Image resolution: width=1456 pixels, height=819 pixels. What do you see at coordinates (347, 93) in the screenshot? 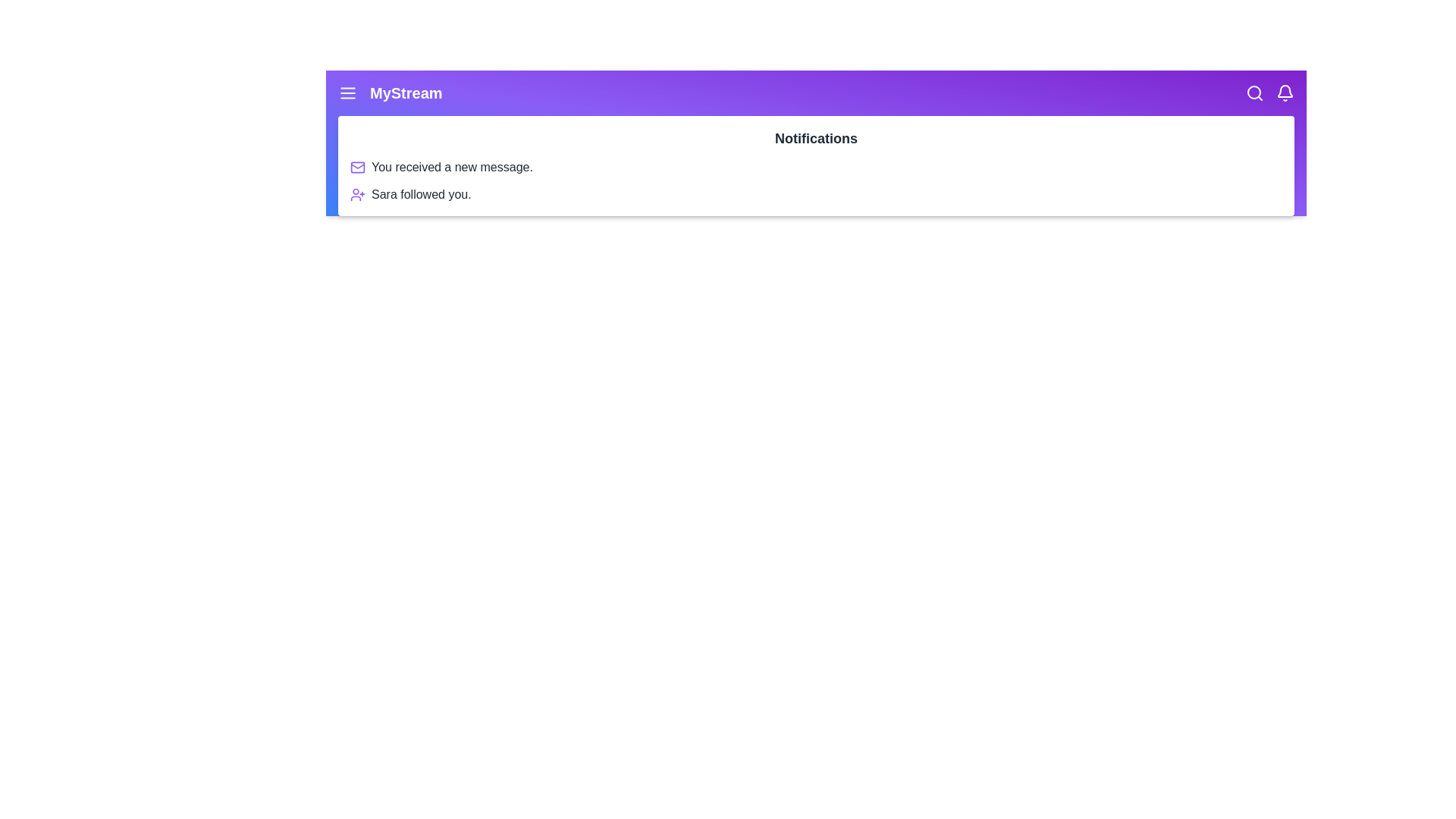
I see `the menu icon to explore its hover effect` at bounding box center [347, 93].